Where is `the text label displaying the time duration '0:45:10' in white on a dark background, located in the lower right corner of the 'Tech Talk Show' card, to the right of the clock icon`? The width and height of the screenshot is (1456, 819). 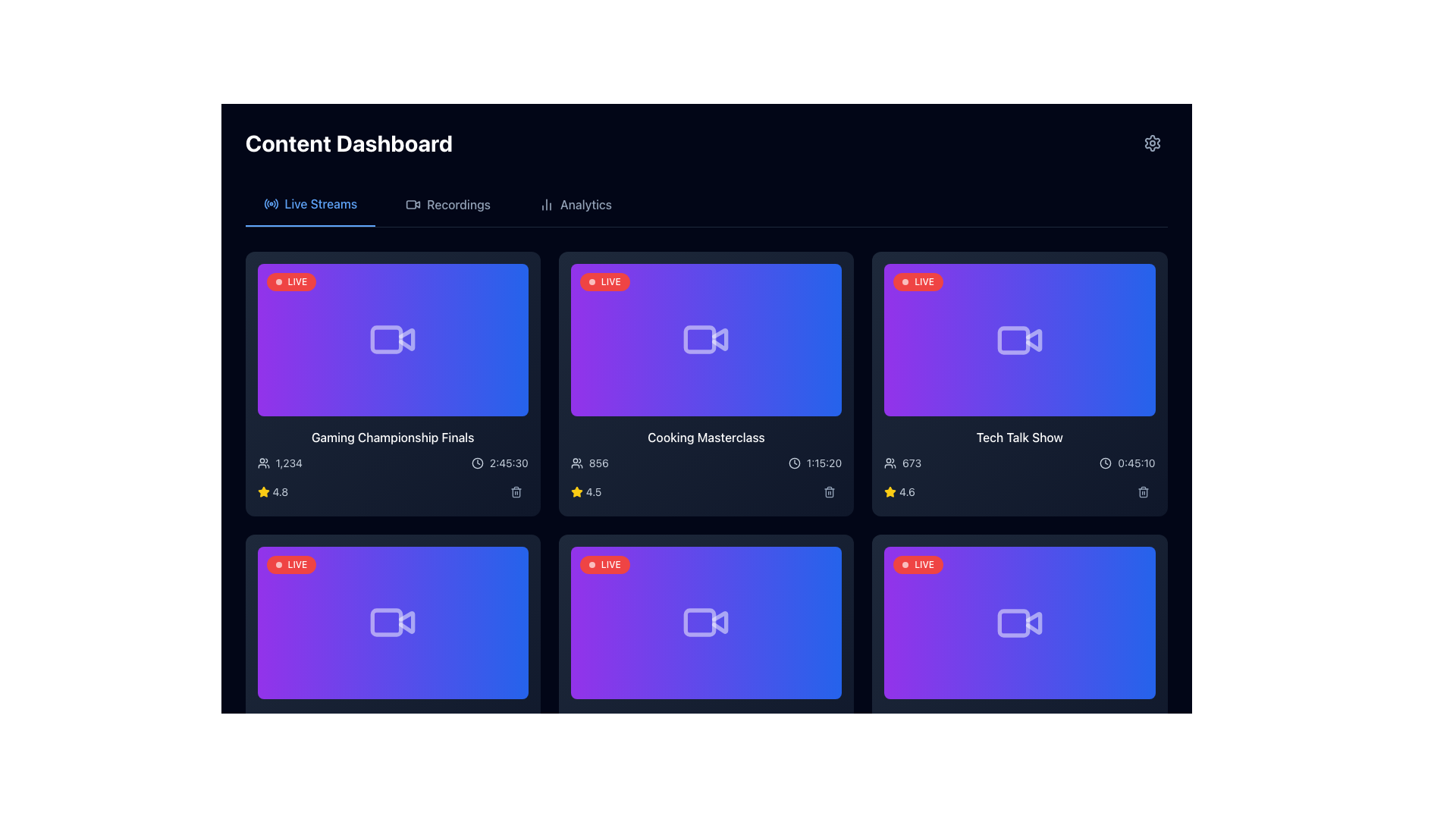
the text label displaying the time duration '0:45:10' in white on a dark background, located in the lower right corner of the 'Tech Talk Show' card, to the right of the clock icon is located at coordinates (1136, 462).